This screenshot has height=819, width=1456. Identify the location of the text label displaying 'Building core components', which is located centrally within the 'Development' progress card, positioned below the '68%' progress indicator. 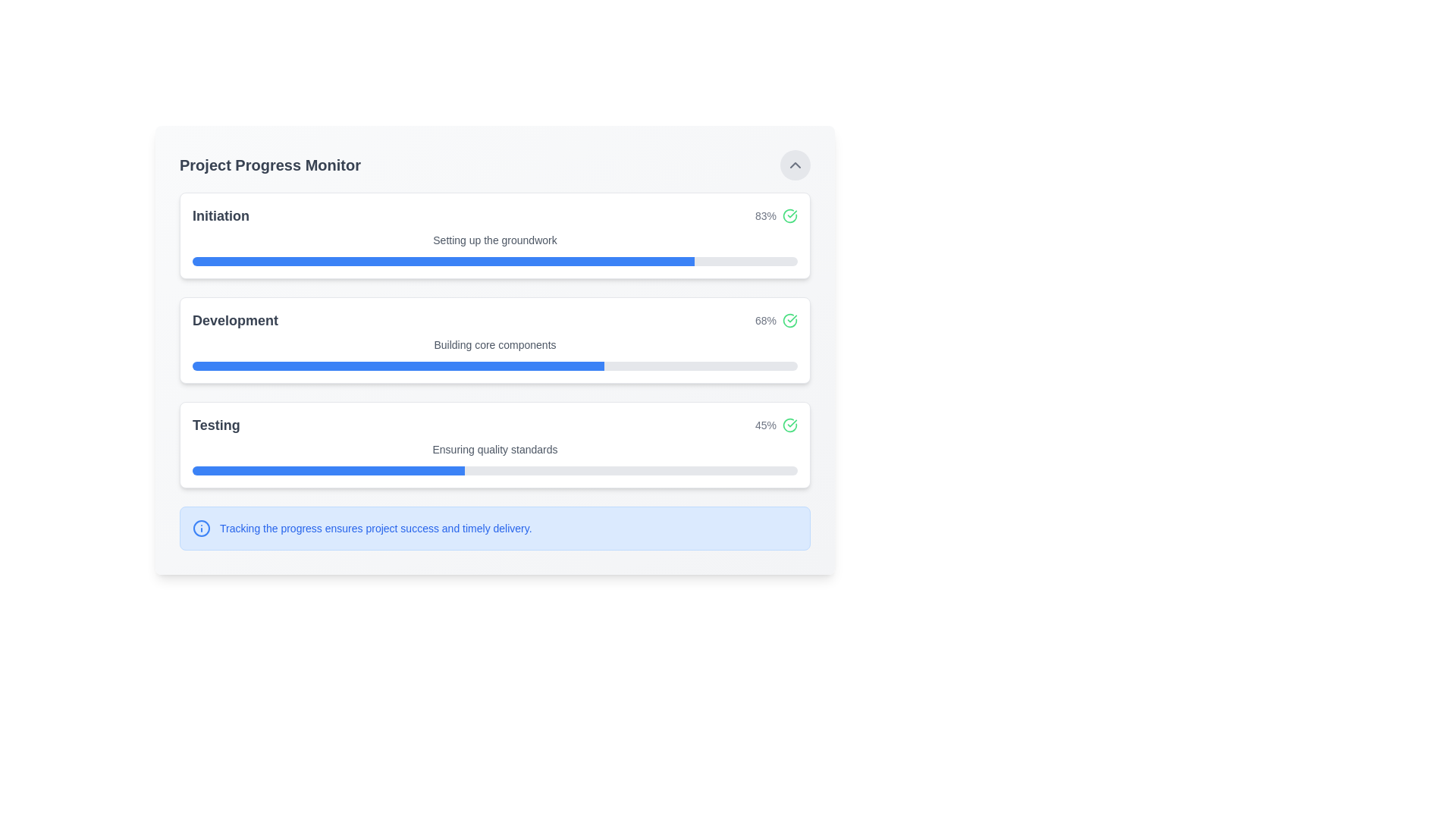
(494, 345).